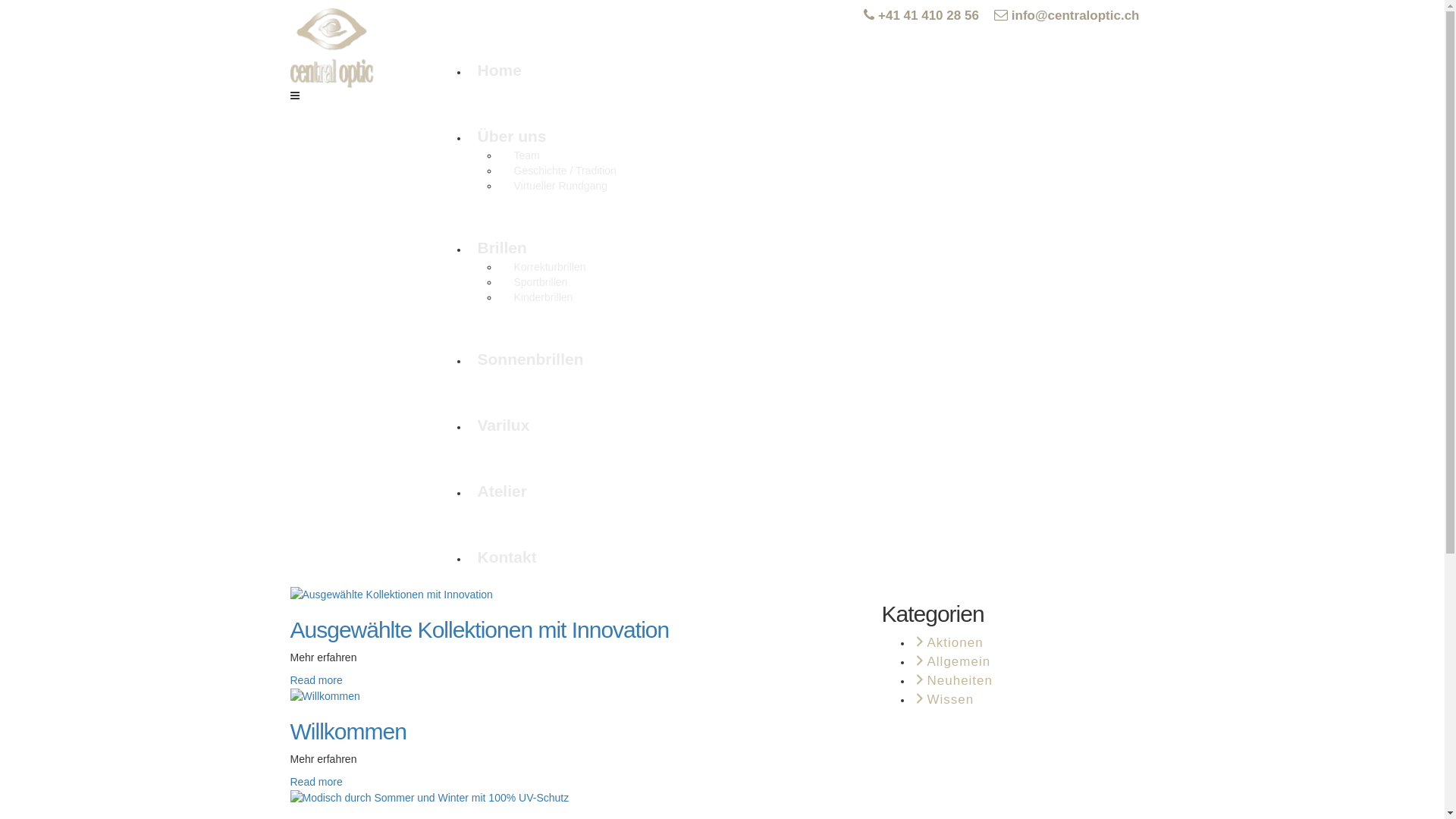 This screenshot has width=1456, height=819. I want to click on 'Modisch durch Sommer und Winter mit 100% UV-Schutz', so click(428, 797).